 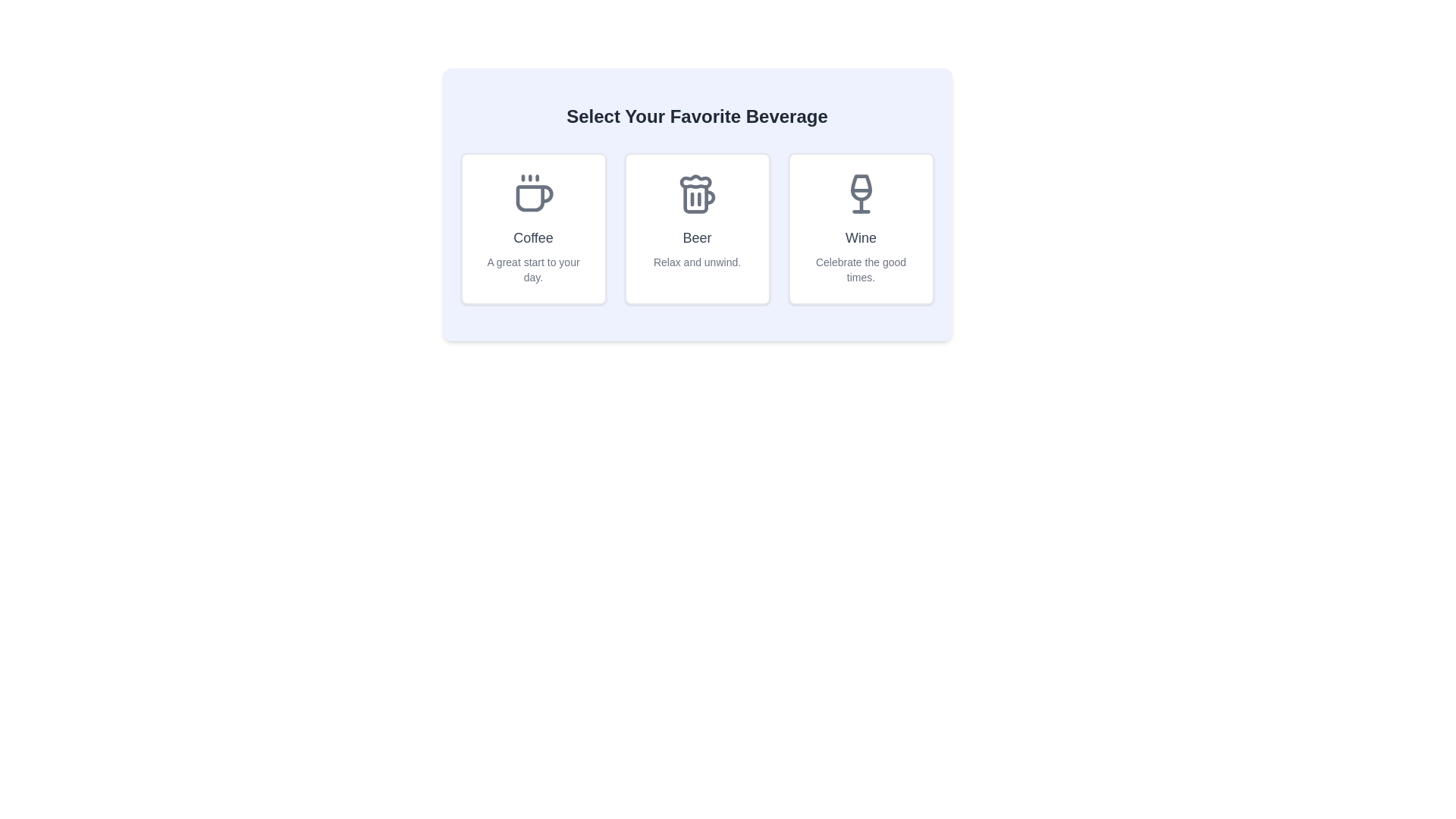 What do you see at coordinates (533, 193) in the screenshot?
I see `the 'Coffee' icon located in the first card labeled 'A great start to your day', positioned above the text 'Coffee'` at bounding box center [533, 193].